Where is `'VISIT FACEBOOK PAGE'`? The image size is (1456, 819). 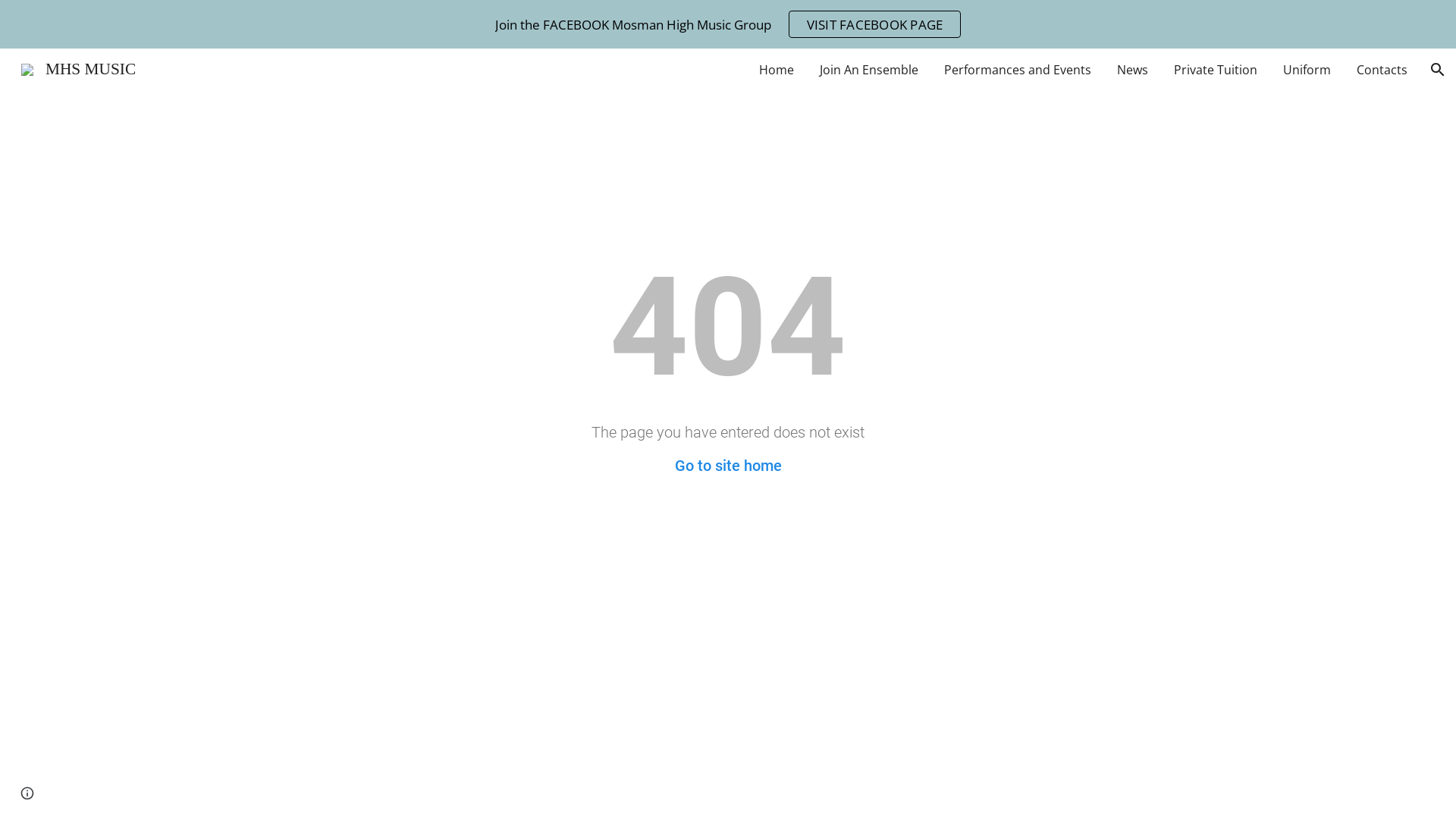 'VISIT FACEBOOK PAGE' is located at coordinates (874, 24).